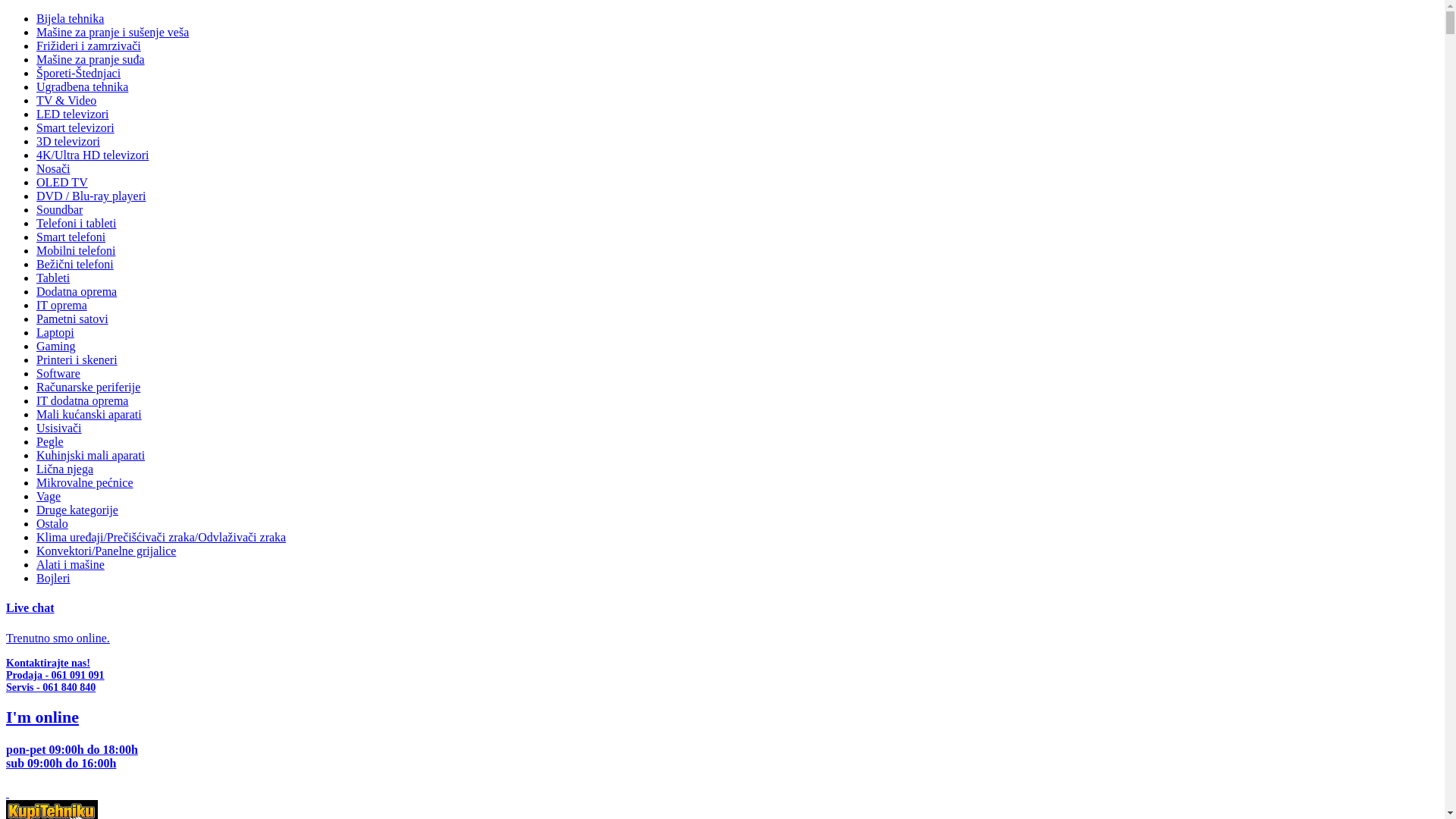  What do you see at coordinates (53, 578) in the screenshot?
I see `'Bojleri'` at bounding box center [53, 578].